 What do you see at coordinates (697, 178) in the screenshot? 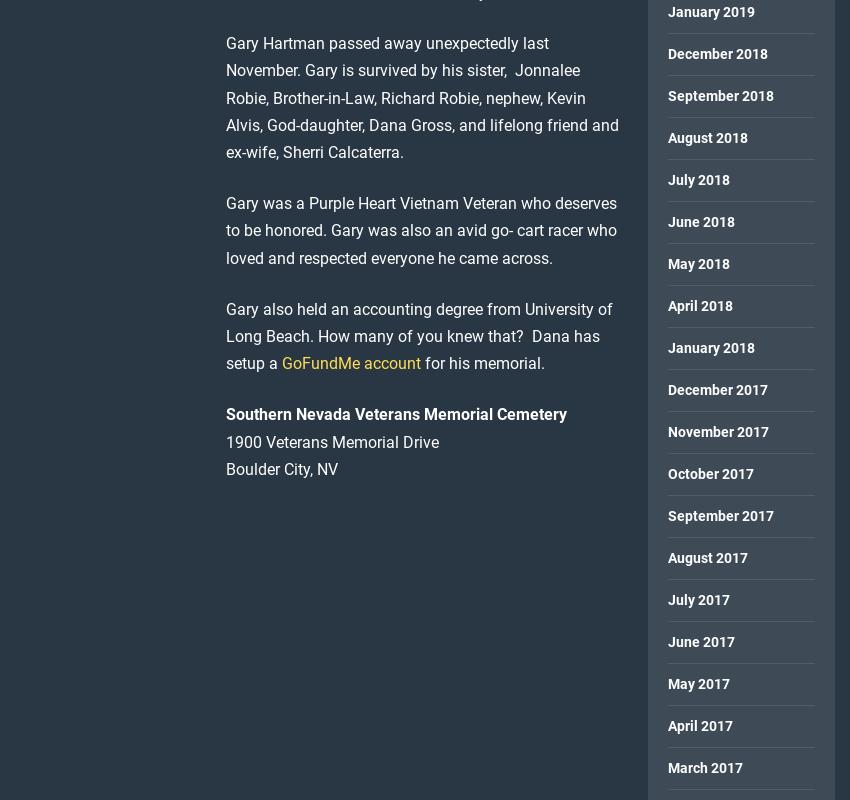
I see `'July 2018'` at bounding box center [697, 178].